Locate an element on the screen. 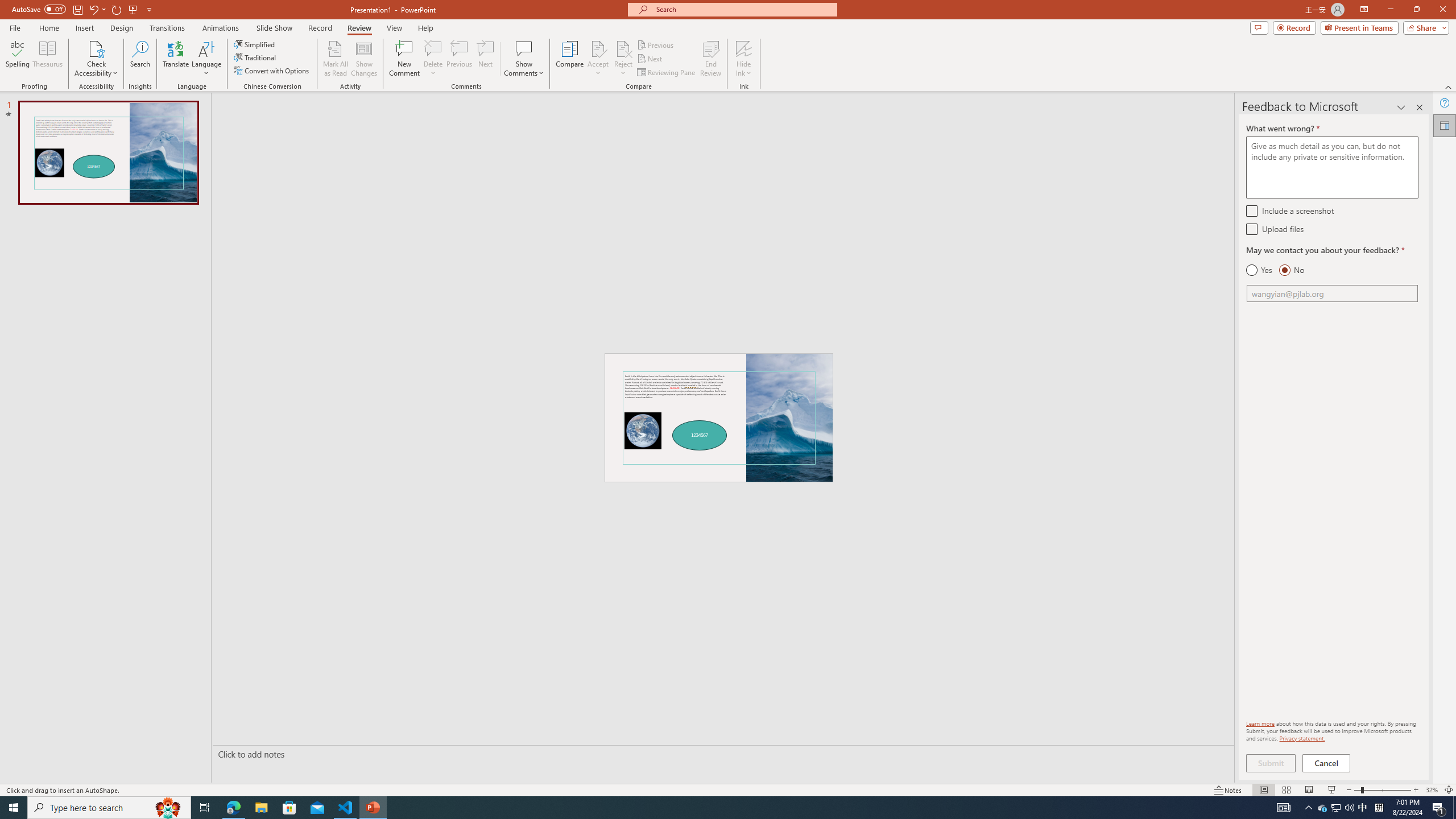  'Reject Change' is located at coordinates (622, 48).